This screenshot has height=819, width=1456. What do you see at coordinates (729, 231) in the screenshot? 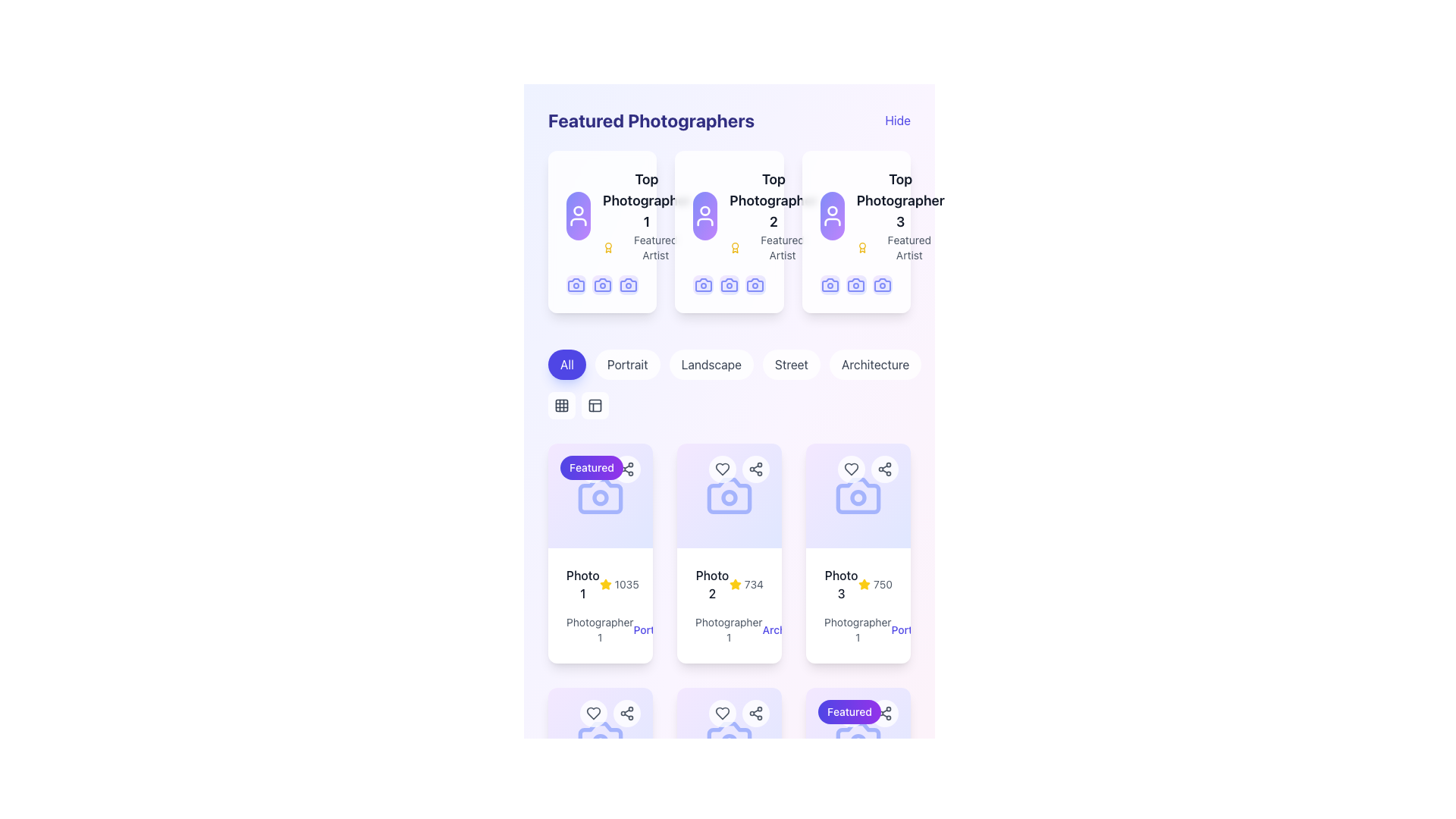
I see `the avatar on the second Profile Card in the 'Featured Photographers' section` at bounding box center [729, 231].